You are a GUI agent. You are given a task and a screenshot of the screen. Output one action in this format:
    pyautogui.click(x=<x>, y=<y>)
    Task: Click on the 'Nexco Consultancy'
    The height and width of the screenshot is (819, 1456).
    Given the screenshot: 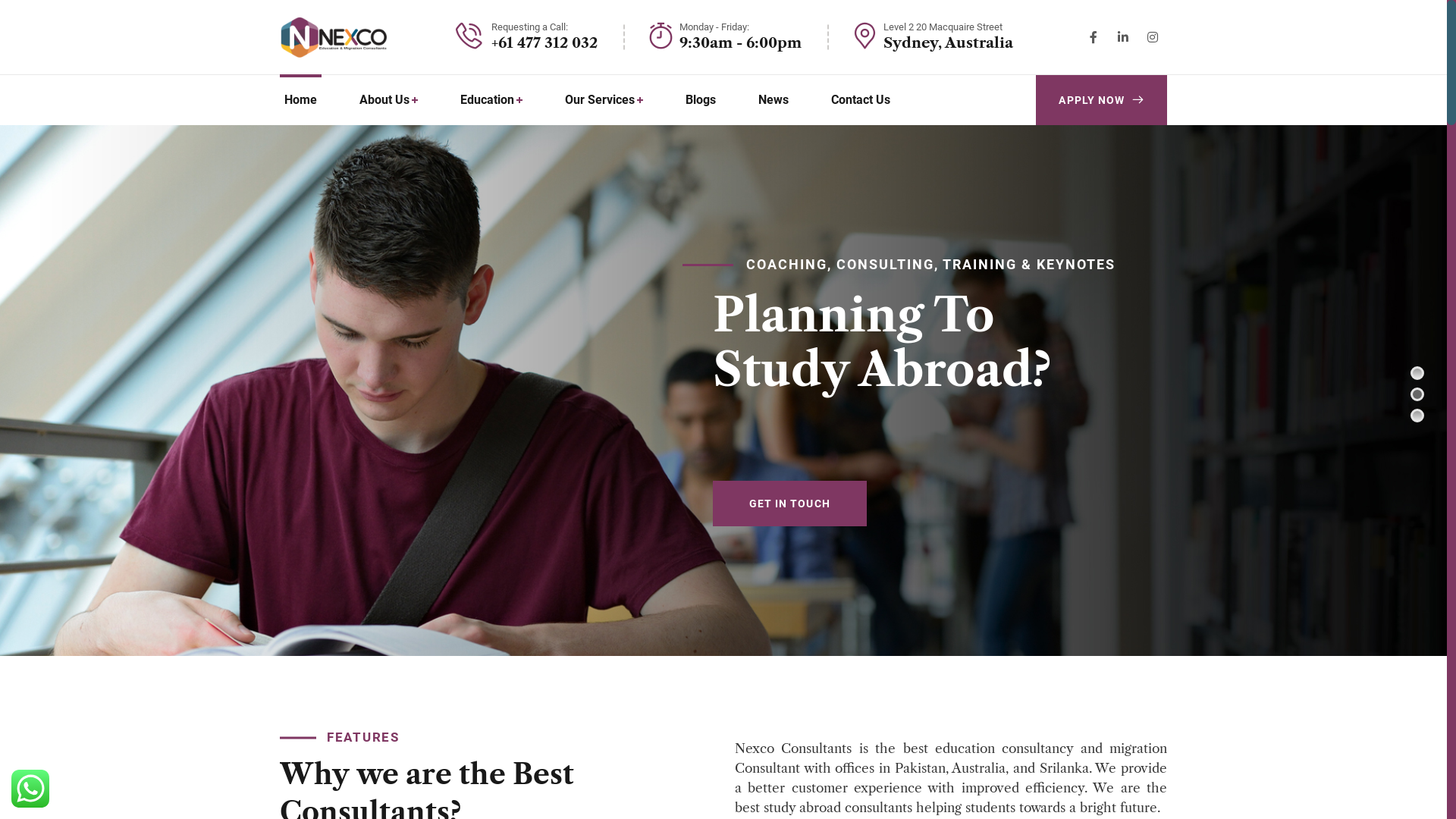 What is the action you would take?
    pyautogui.click(x=334, y=35)
    